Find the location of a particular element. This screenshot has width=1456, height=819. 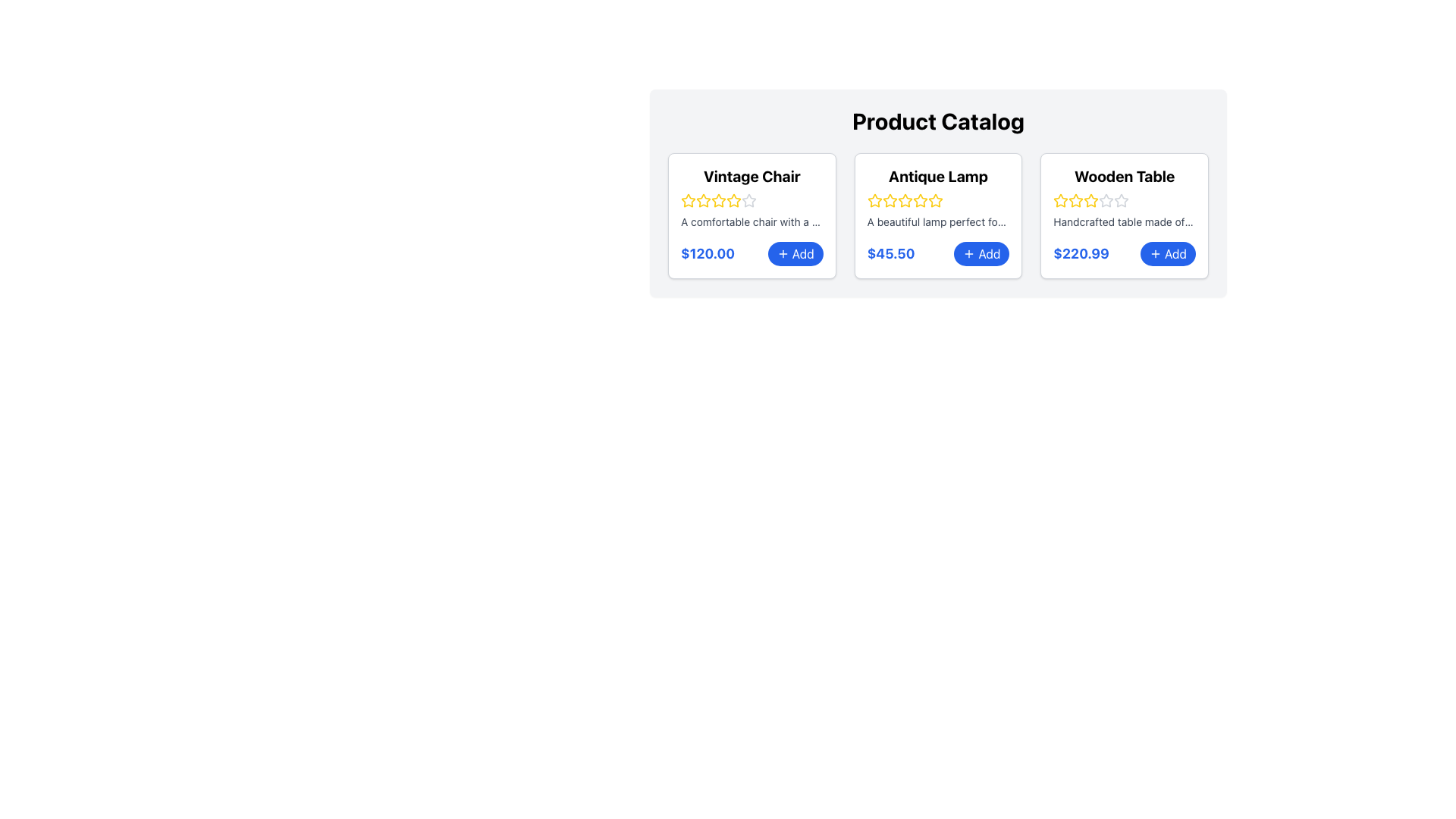

the second star in the 5-star rating system for the 'Antique Lamp' product is located at coordinates (905, 199).